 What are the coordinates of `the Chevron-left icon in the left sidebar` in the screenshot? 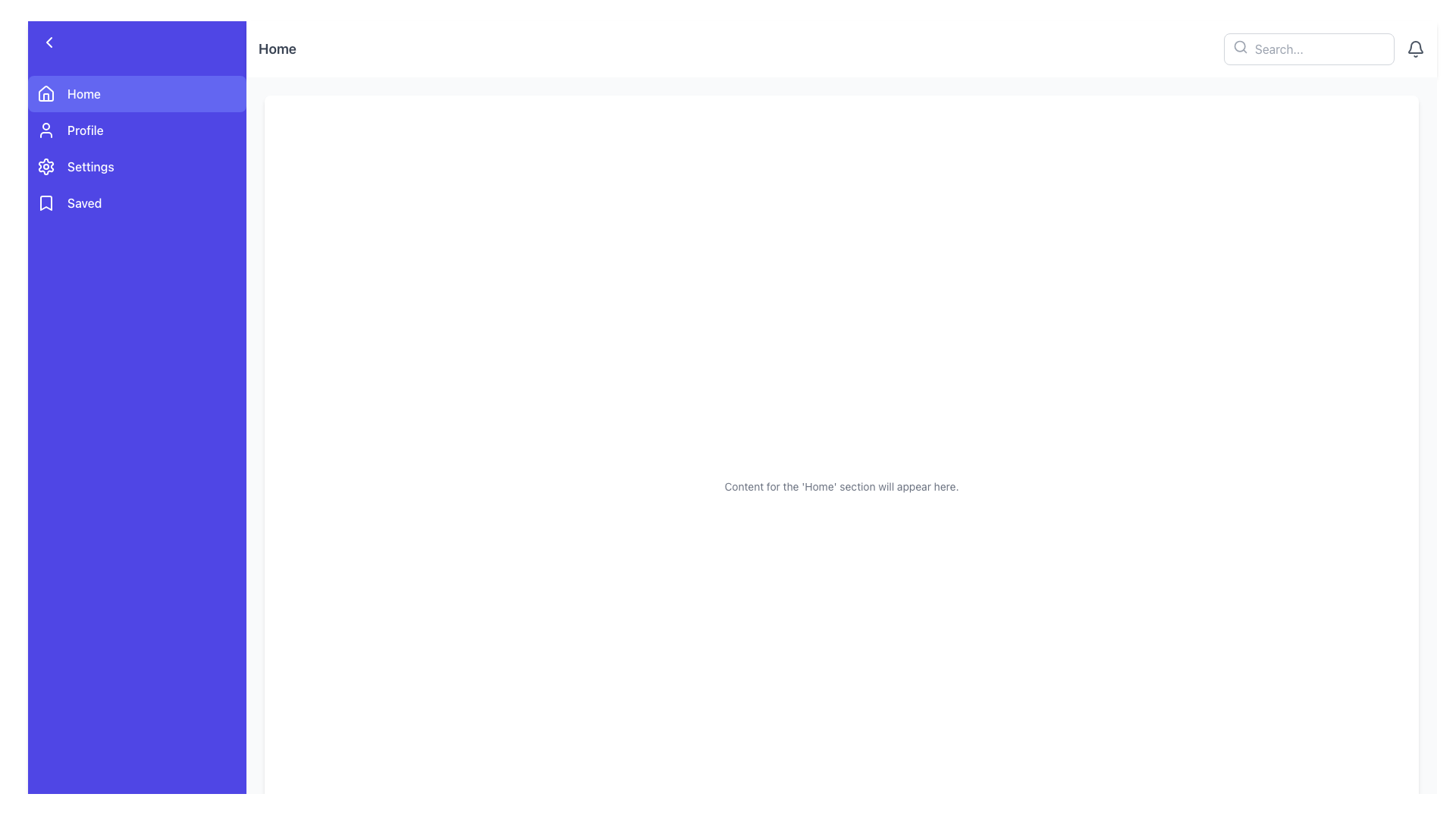 It's located at (49, 42).